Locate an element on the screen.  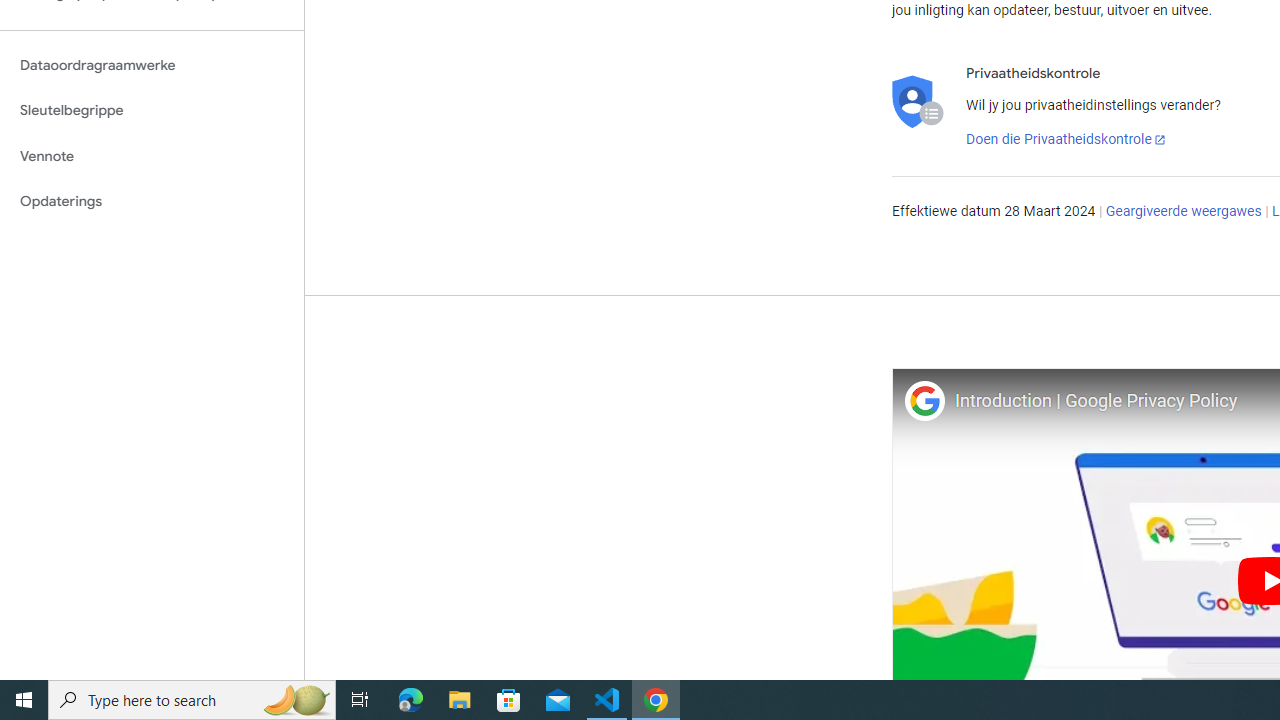
'Fotobeeld van Google' is located at coordinates (923, 400).